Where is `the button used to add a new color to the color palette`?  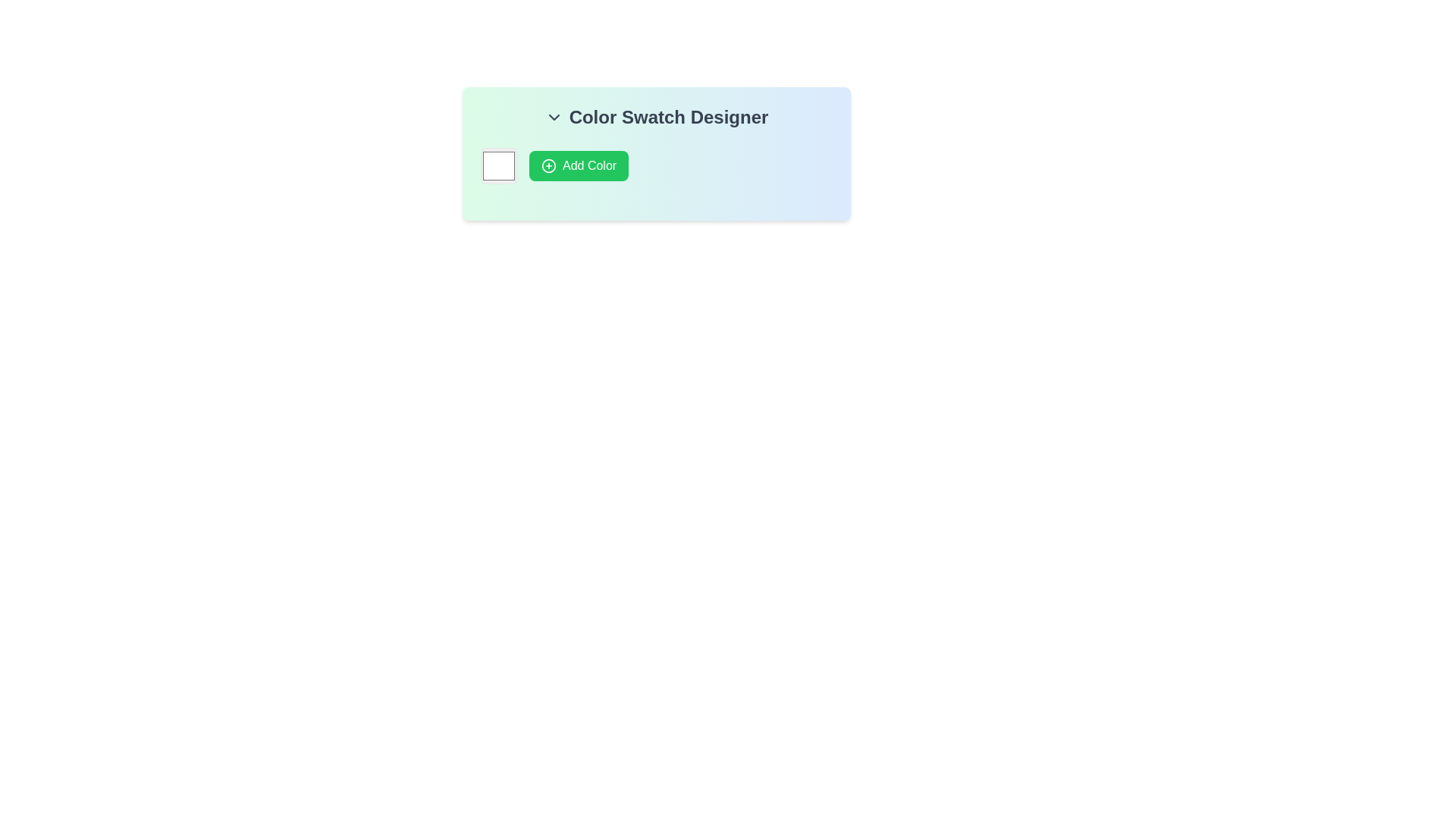 the button used to add a new color to the color palette is located at coordinates (578, 166).